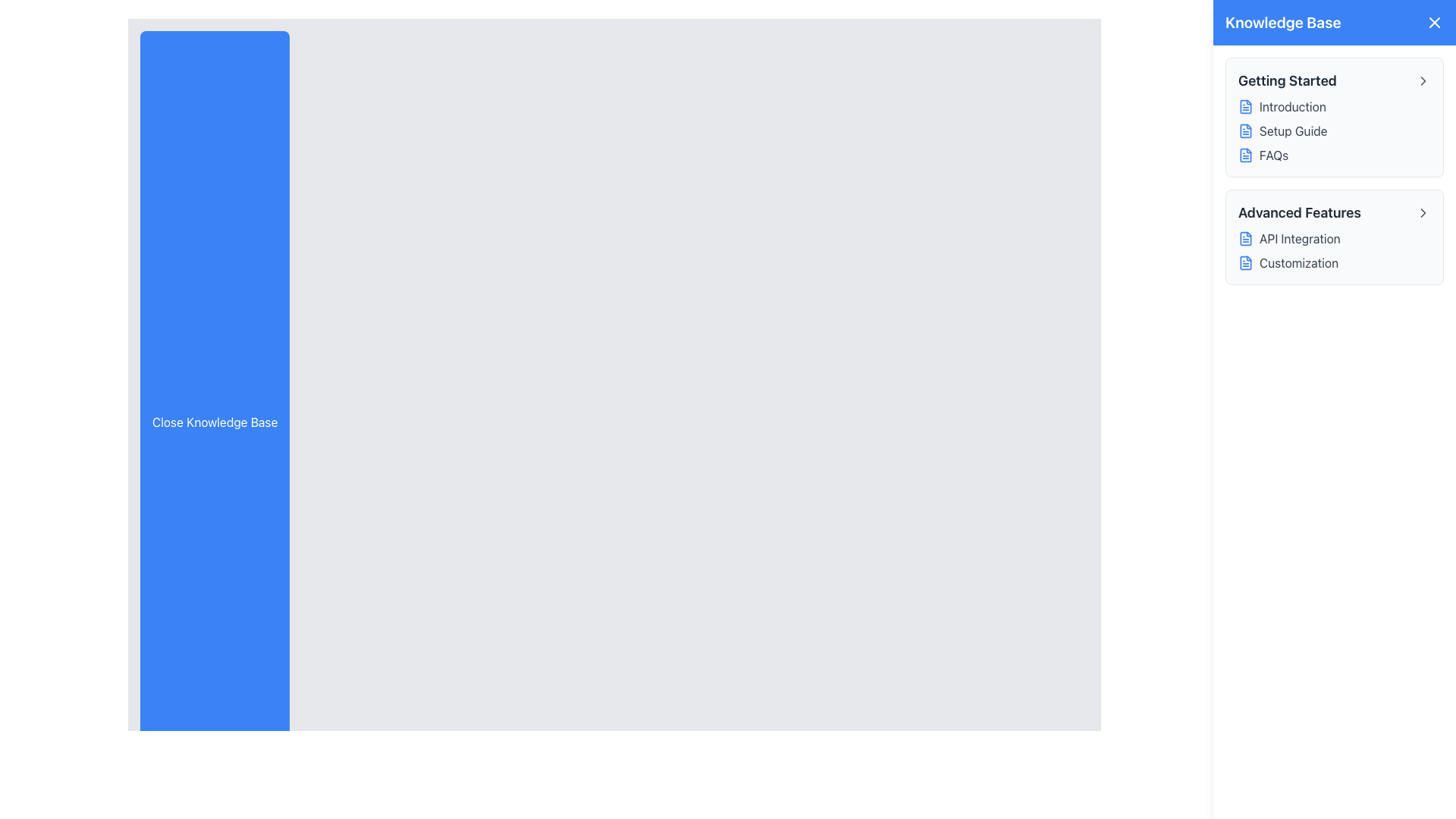  I want to click on the 'Setup Guide' icon located in the 'Getting Started' panel, so click(1245, 130).